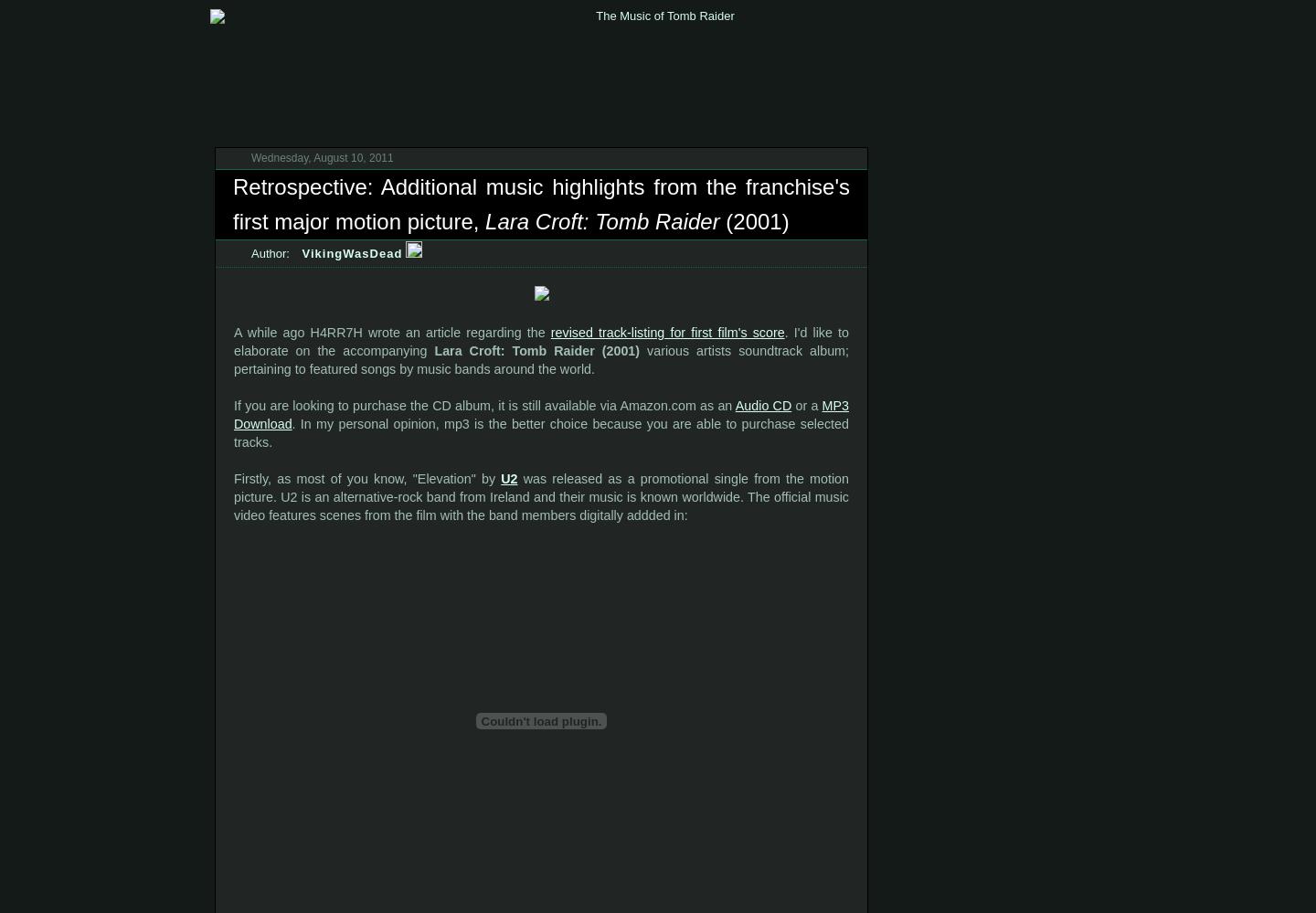  Describe the element at coordinates (483, 404) in the screenshot. I see `'If you are looking to purchase the CD album, it is still available via Amazon.com as an'` at that location.